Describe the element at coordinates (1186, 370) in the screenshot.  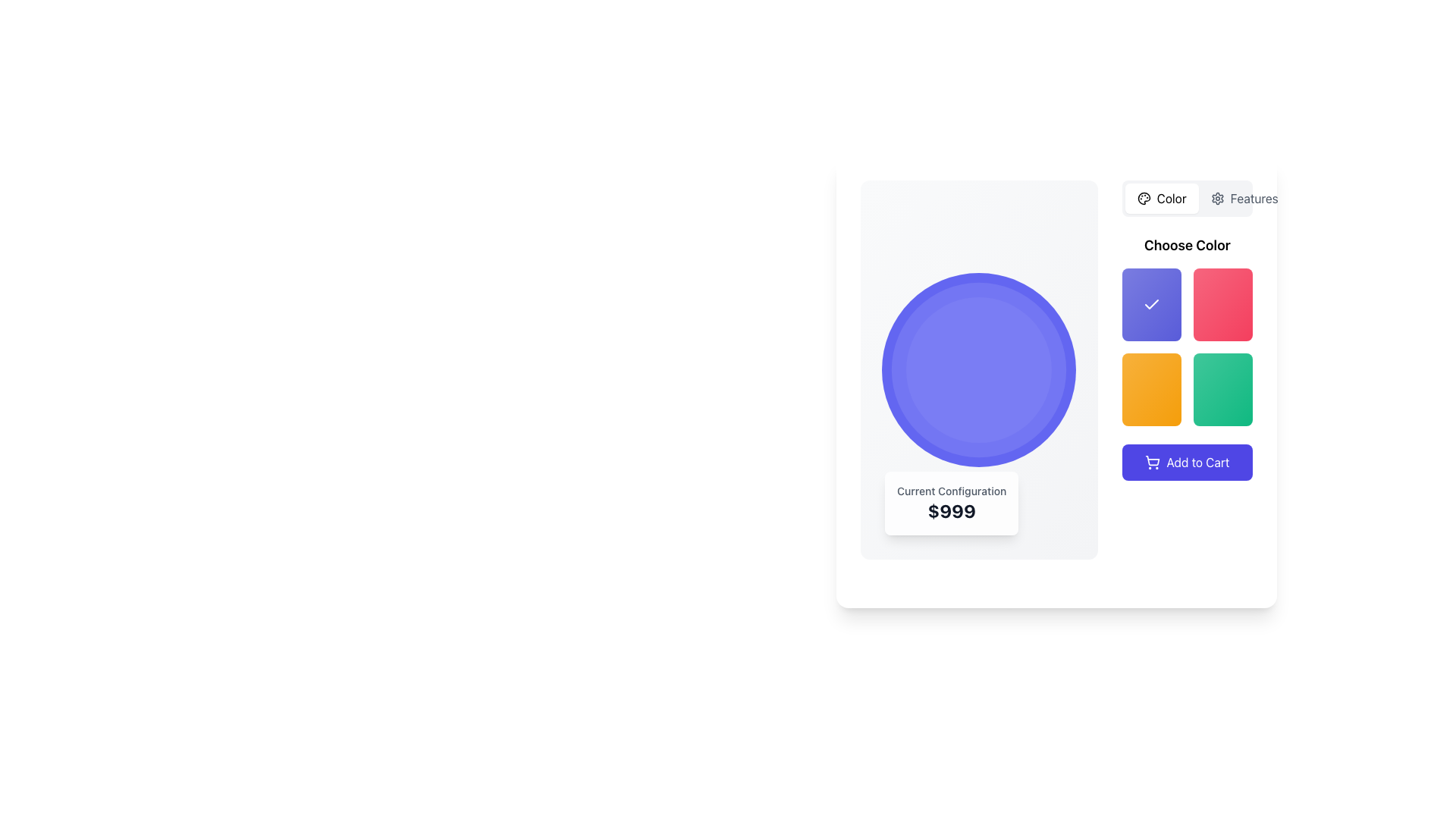
I see `the selectable color option button located in the 'Choose Color' section of the right panel, which is the leftmost item in the second row of color options` at that location.